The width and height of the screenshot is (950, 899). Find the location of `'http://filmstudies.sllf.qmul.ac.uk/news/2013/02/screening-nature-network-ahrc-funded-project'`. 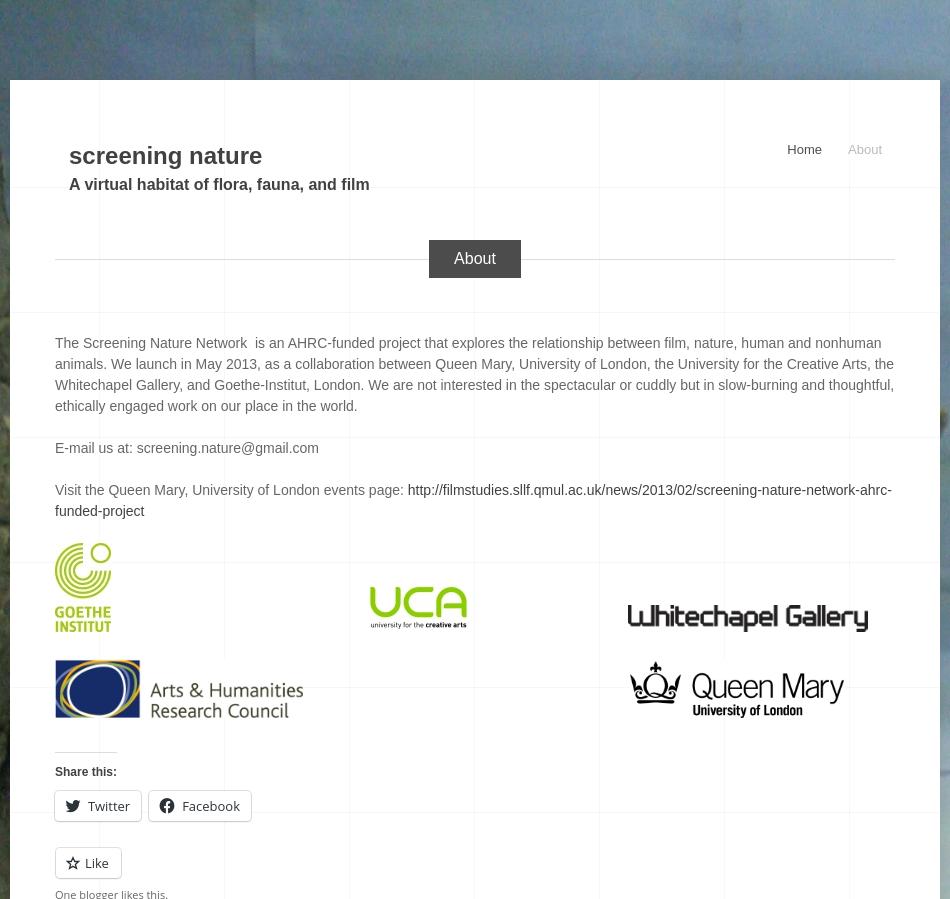

'http://filmstudies.sllf.qmul.ac.uk/news/2013/02/screening-nature-network-ahrc-funded-project' is located at coordinates (55, 500).